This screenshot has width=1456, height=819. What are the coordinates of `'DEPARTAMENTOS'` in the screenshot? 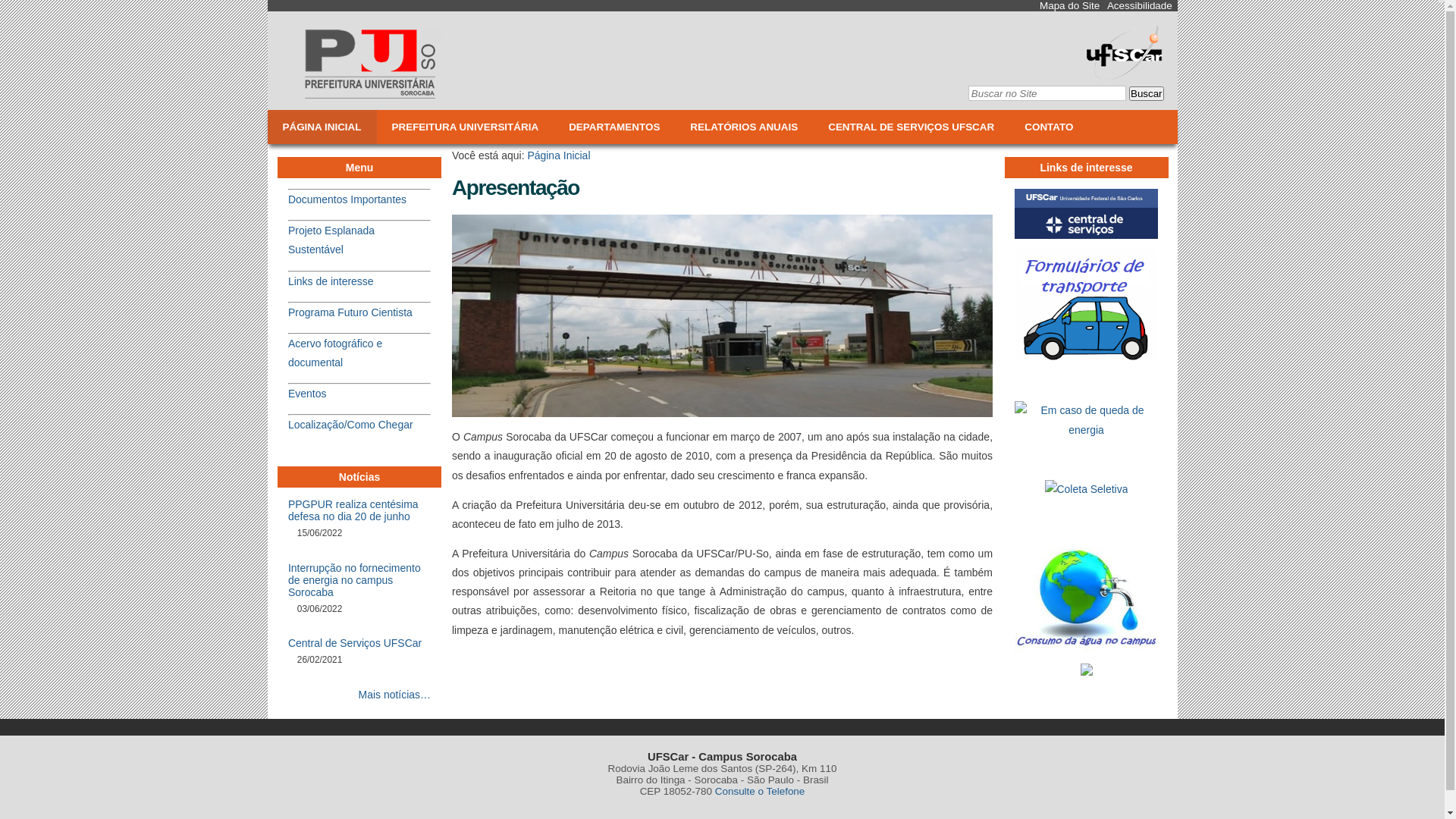 It's located at (614, 126).